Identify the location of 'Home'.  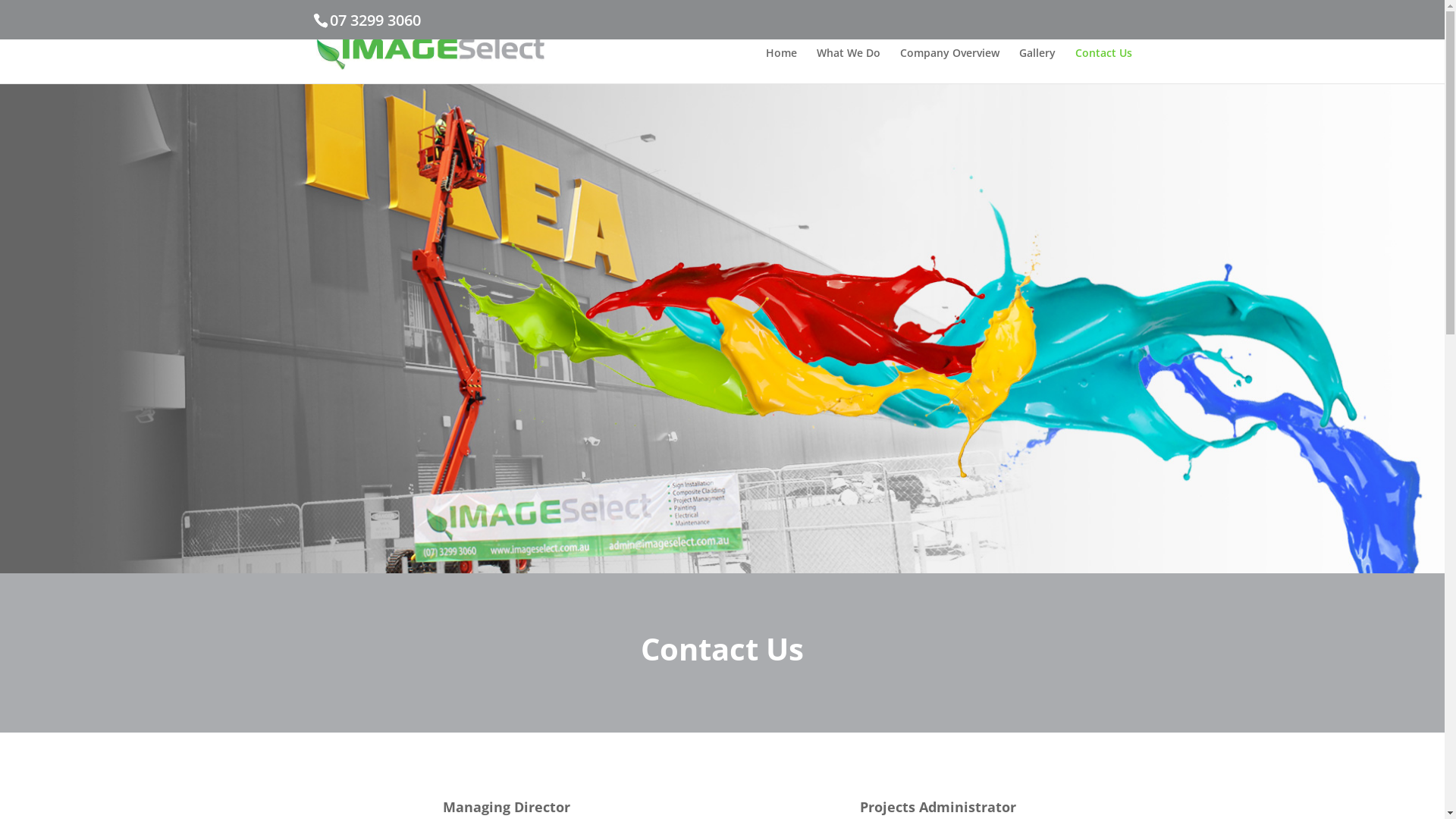
(781, 64).